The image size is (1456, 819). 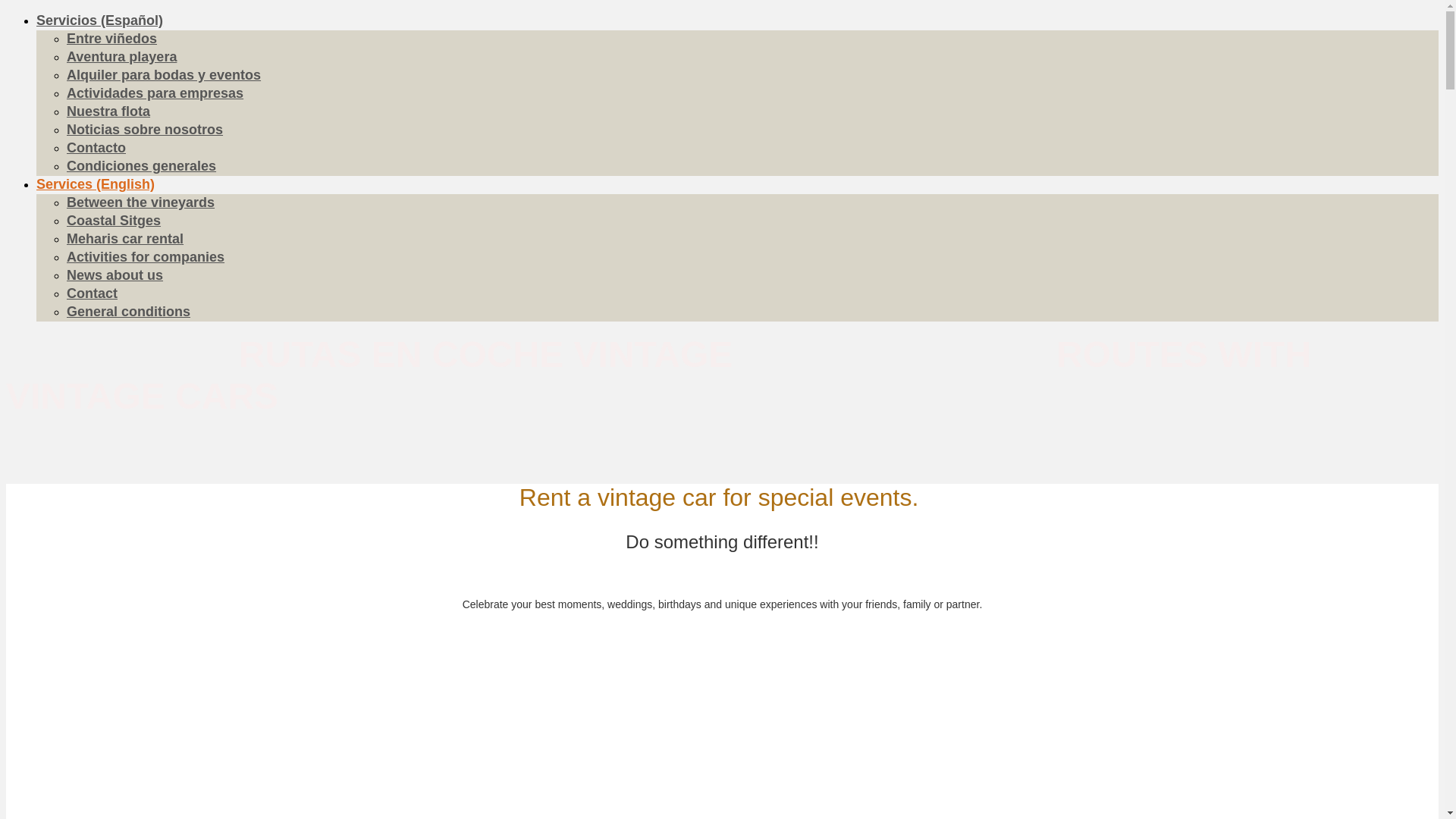 What do you see at coordinates (91, 293) in the screenshot?
I see `'Contact'` at bounding box center [91, 293].